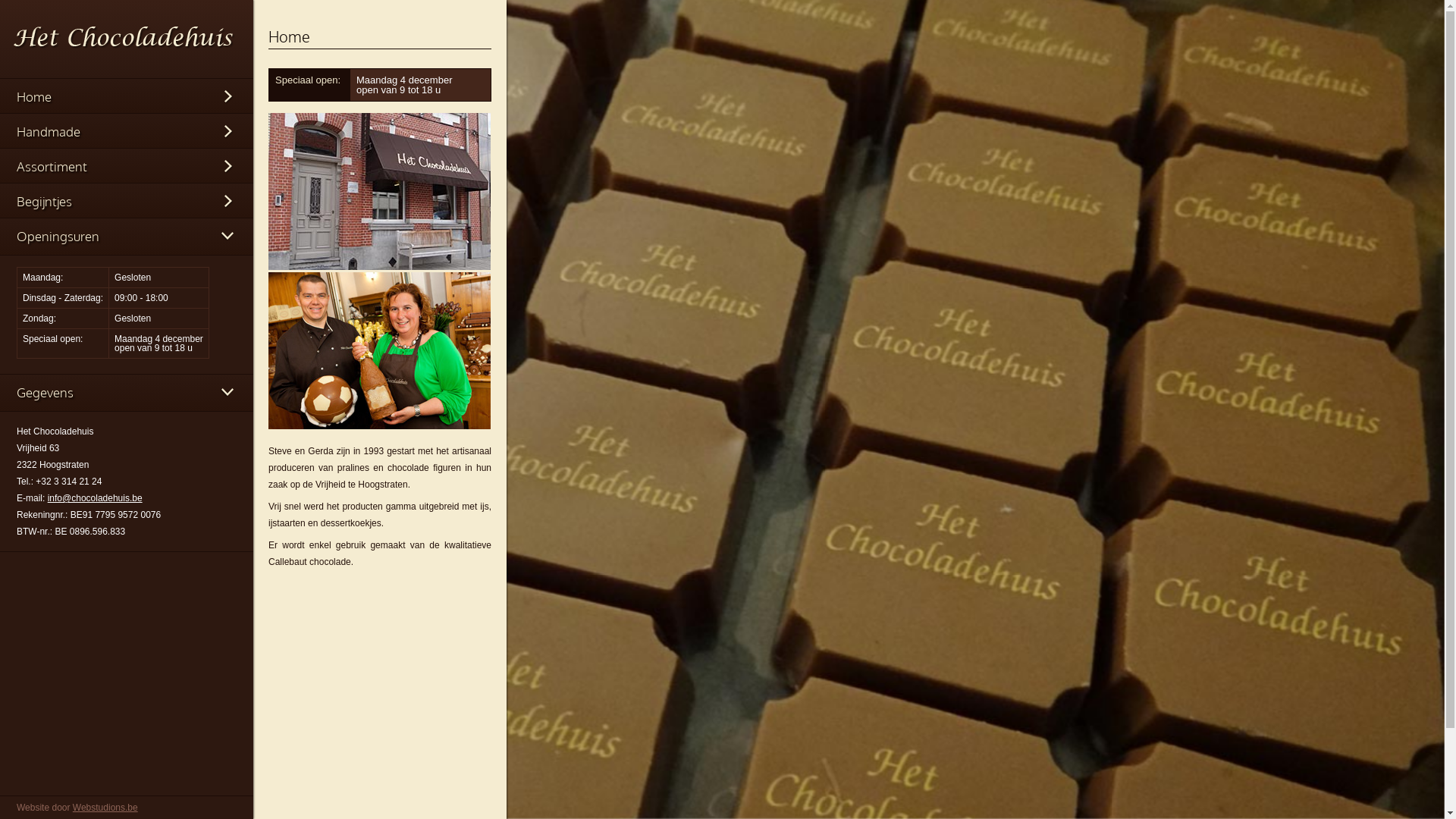 This screenshot has height=819, width=1456. Describe the element at coordinates (127, 201) in the screenshot. I see `'Begijntjes'` at that location.